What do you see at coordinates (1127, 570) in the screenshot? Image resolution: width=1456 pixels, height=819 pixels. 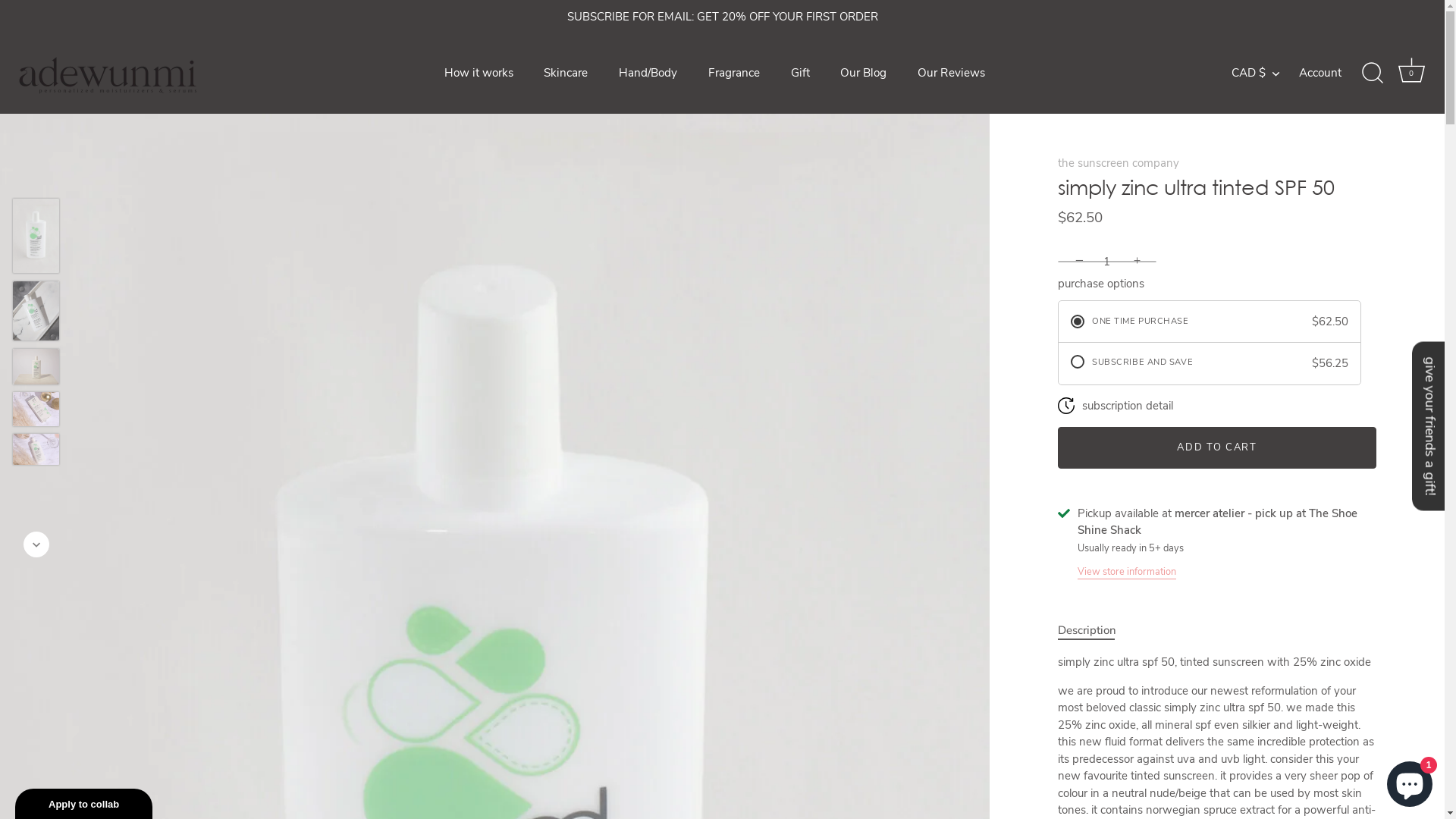 I see `'View store information'` at bounding box center [1127, 570].